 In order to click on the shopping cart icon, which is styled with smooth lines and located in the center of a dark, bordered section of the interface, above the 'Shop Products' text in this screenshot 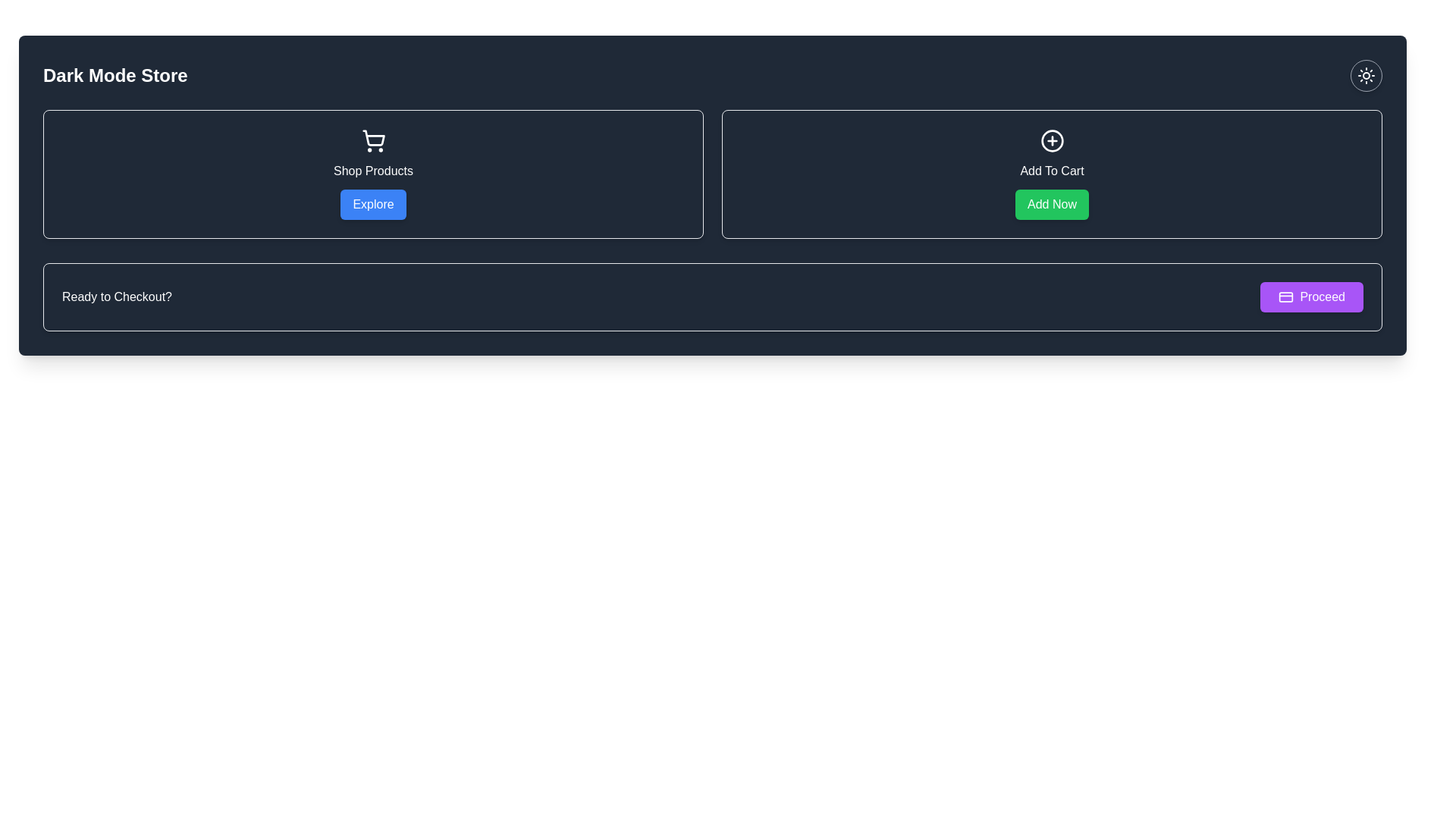, I will do `click(373, 140)`.